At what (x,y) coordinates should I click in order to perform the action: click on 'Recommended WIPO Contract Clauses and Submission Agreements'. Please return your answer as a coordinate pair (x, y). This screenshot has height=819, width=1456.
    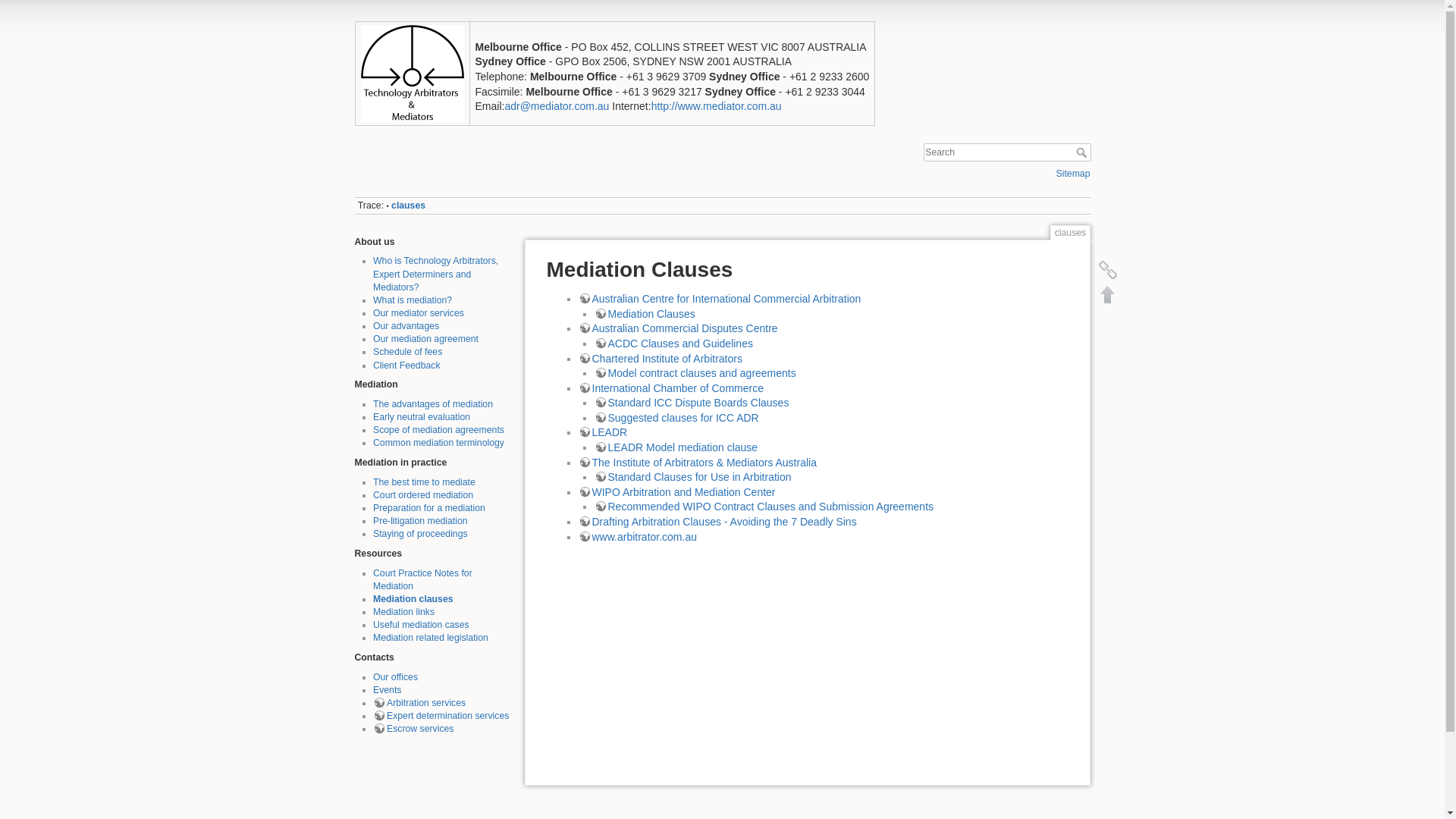
    Looking at the image, I should click on (764, 506).